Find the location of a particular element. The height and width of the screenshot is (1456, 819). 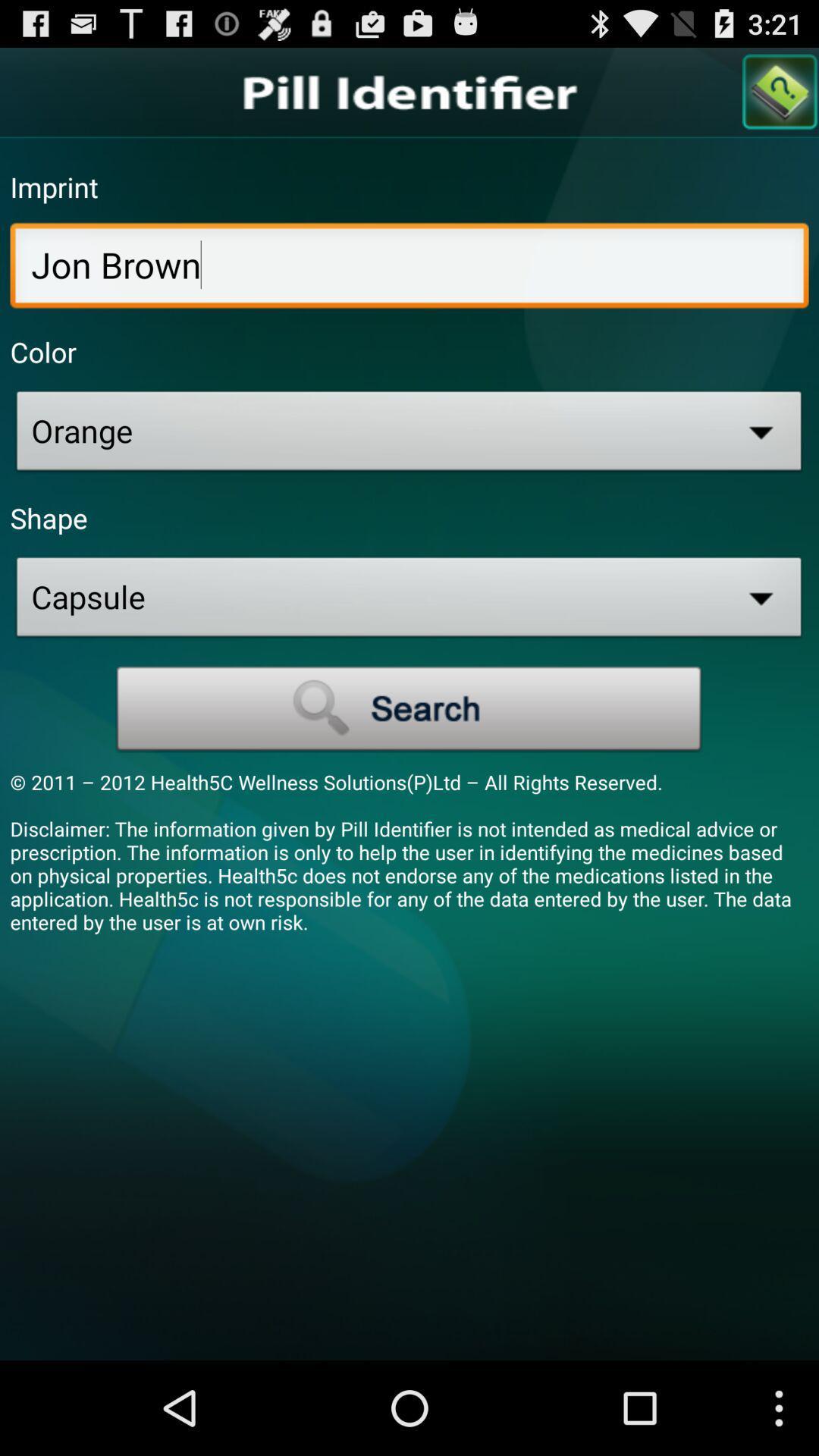

search box is located at coordinates (409, 708).